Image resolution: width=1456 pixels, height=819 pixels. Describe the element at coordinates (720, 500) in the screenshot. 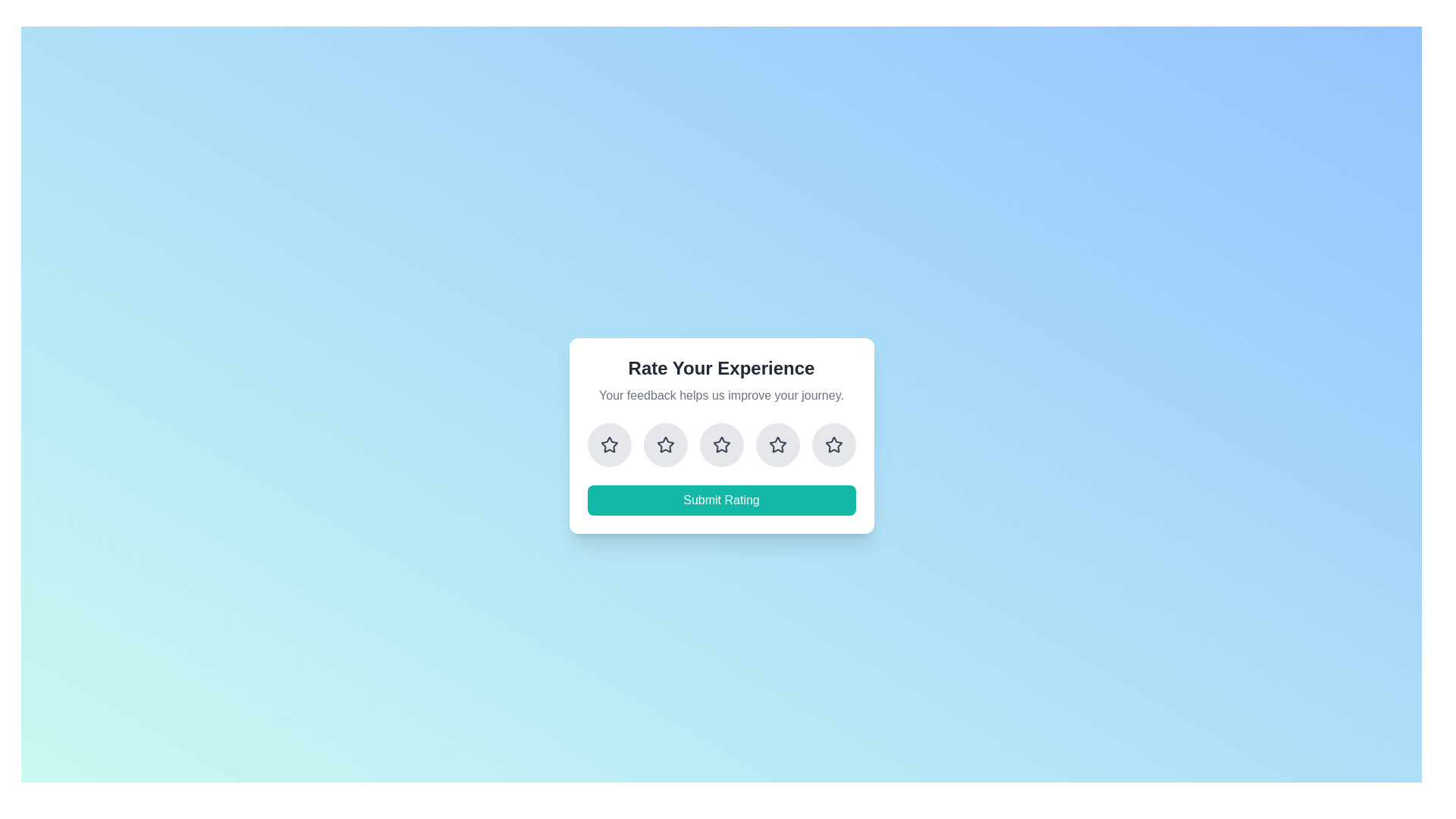

I see `'Submit Rating' button to submit the rating` at that location.